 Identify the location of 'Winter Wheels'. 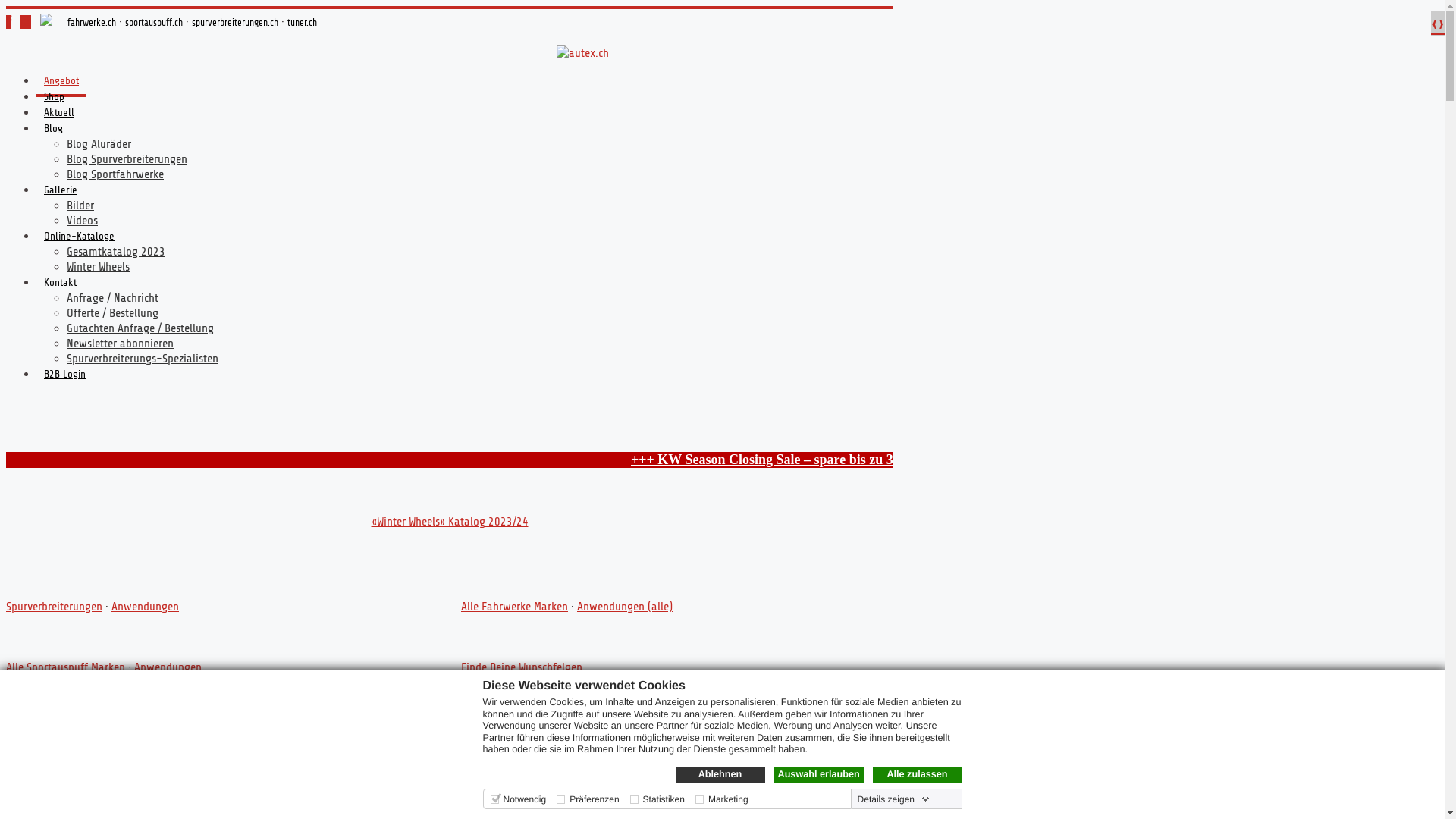
(97, 265).